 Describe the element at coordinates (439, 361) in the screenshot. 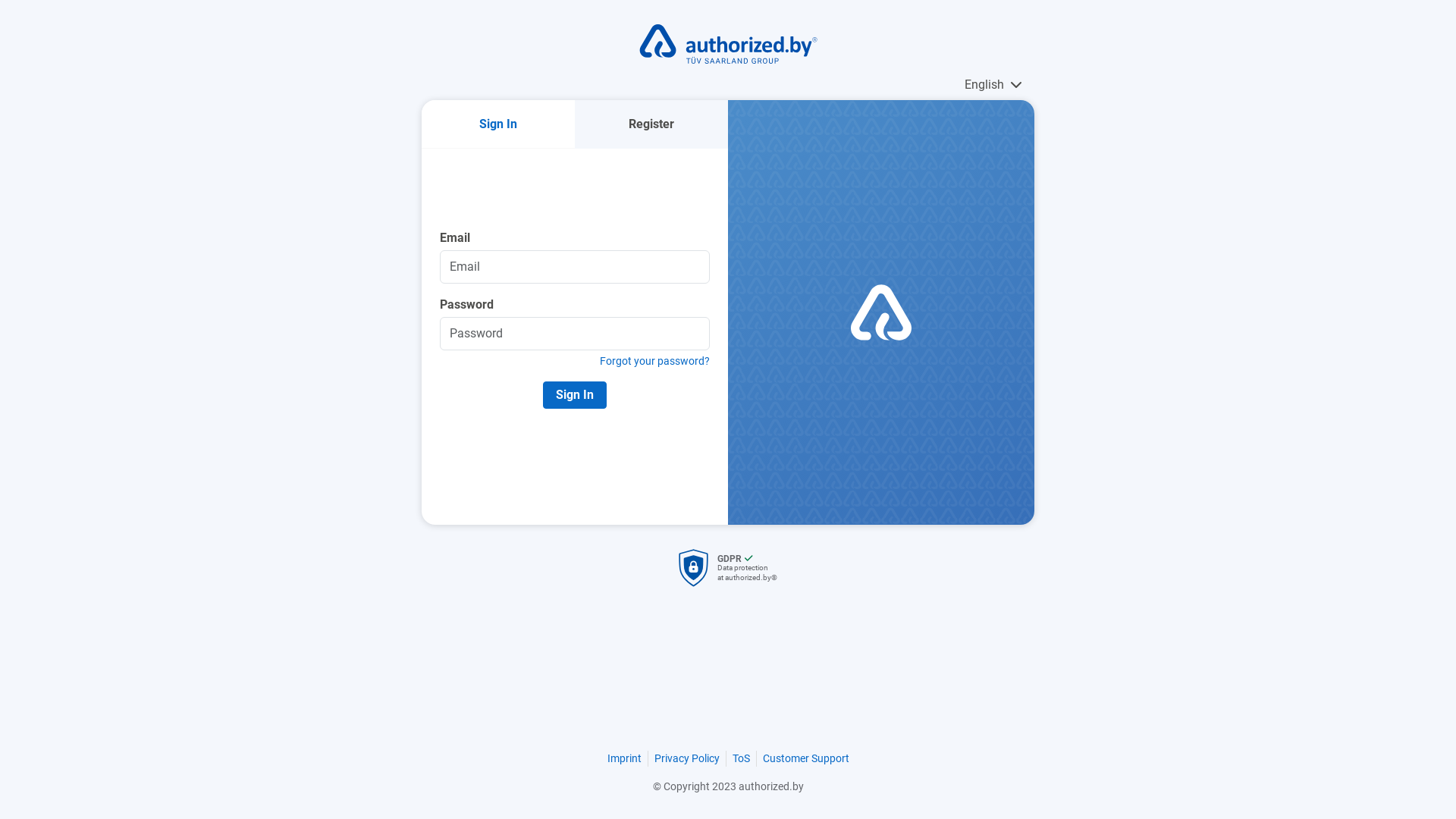

I see `'Forgot your password?'` at that location.